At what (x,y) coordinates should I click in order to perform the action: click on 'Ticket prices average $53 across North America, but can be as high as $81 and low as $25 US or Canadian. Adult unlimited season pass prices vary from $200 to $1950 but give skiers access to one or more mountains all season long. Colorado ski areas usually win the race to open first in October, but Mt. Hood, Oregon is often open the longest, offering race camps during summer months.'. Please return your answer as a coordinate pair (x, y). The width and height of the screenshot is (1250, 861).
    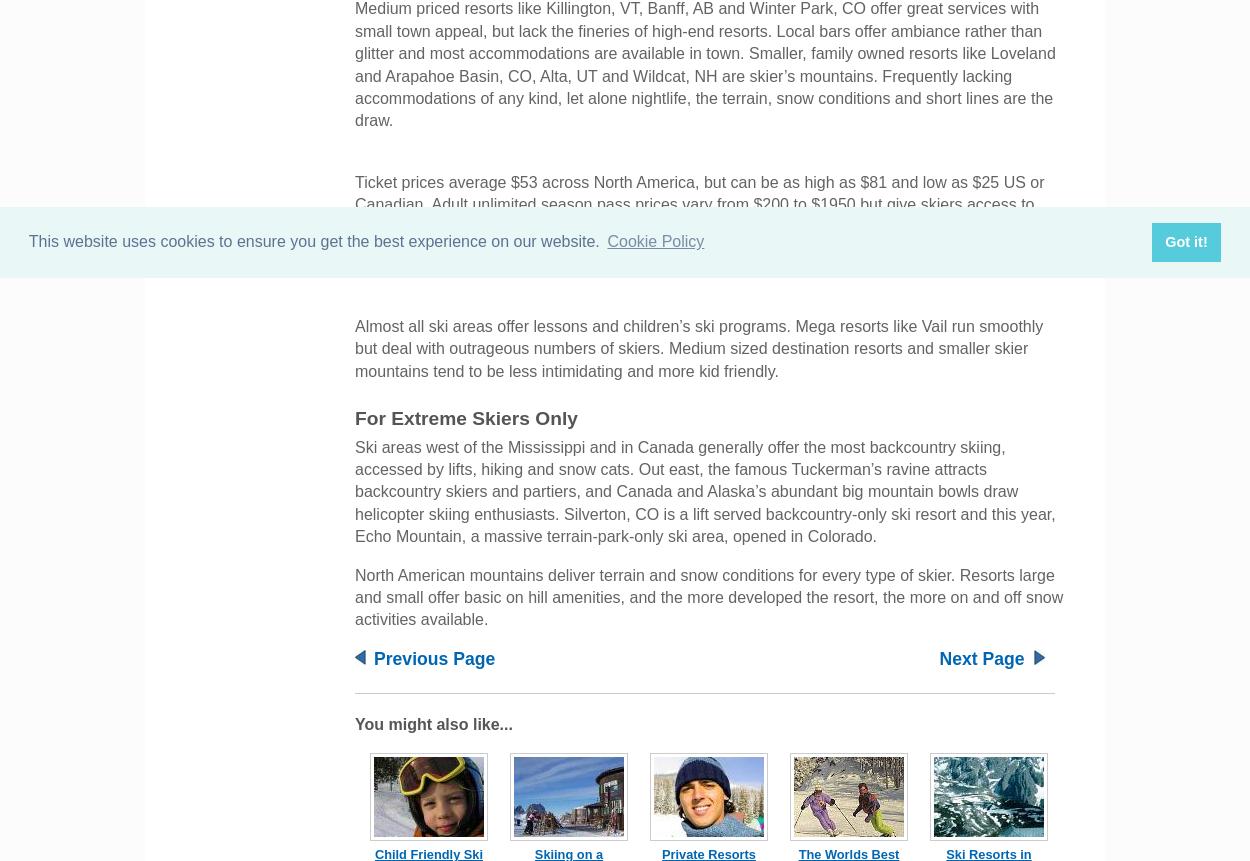
    Looking at the image, I should click on (698, 225).